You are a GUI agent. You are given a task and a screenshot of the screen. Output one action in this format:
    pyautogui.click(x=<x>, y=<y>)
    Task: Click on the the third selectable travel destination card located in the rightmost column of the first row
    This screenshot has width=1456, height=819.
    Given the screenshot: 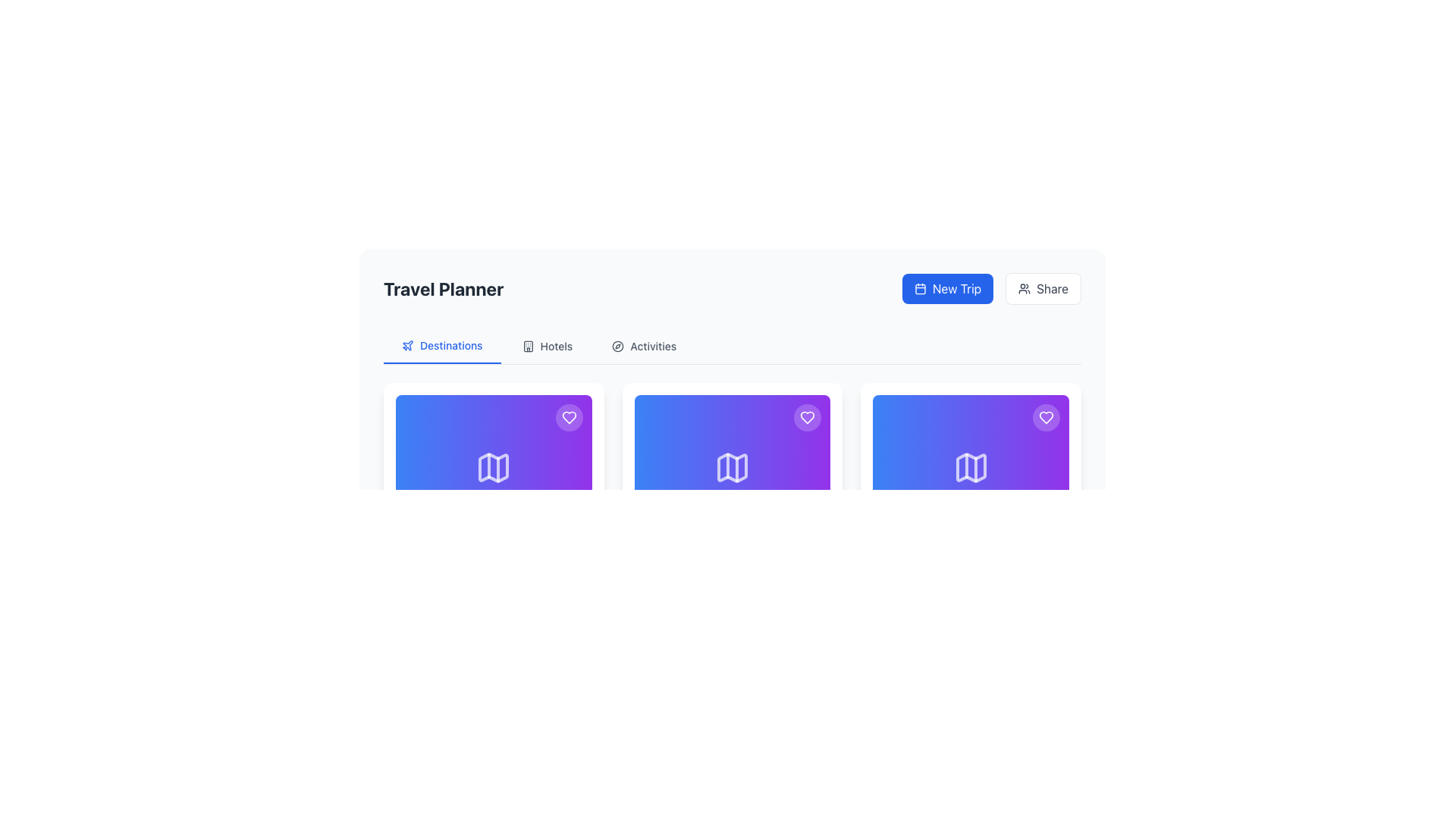 What is the action you would take?
    pyautogui.click(x=971, y=507)
    